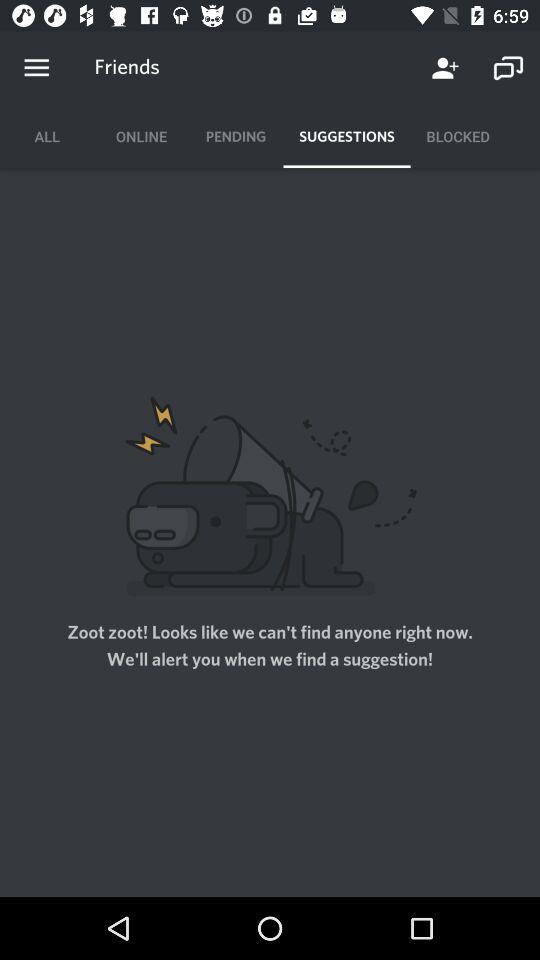  What do you see at coordinates (508, 68) in the screenshot?
I see `the icon above blocked` at bounding box center [508, 68].